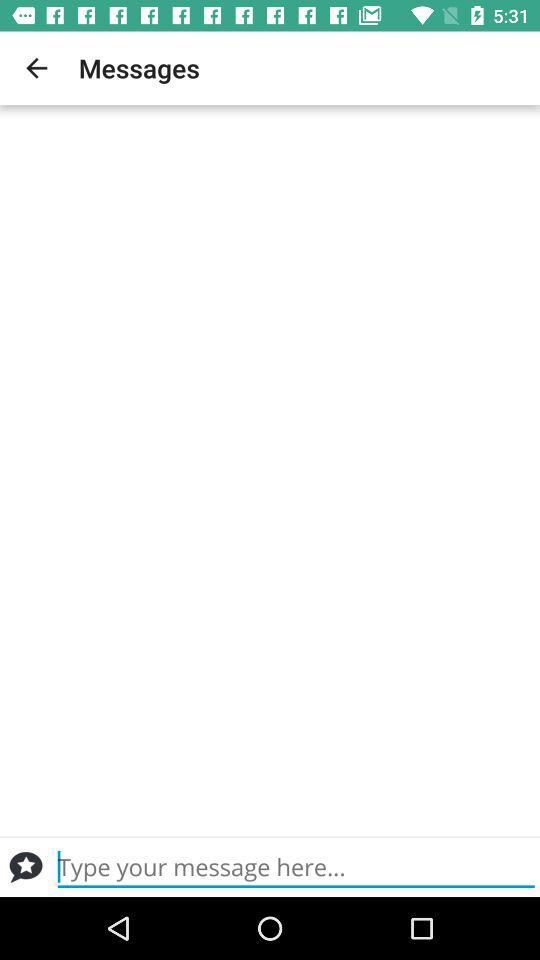 The width and height of the screenshot is (540, 960). I want to click on item at the bottom left corner, so click(25, 866).